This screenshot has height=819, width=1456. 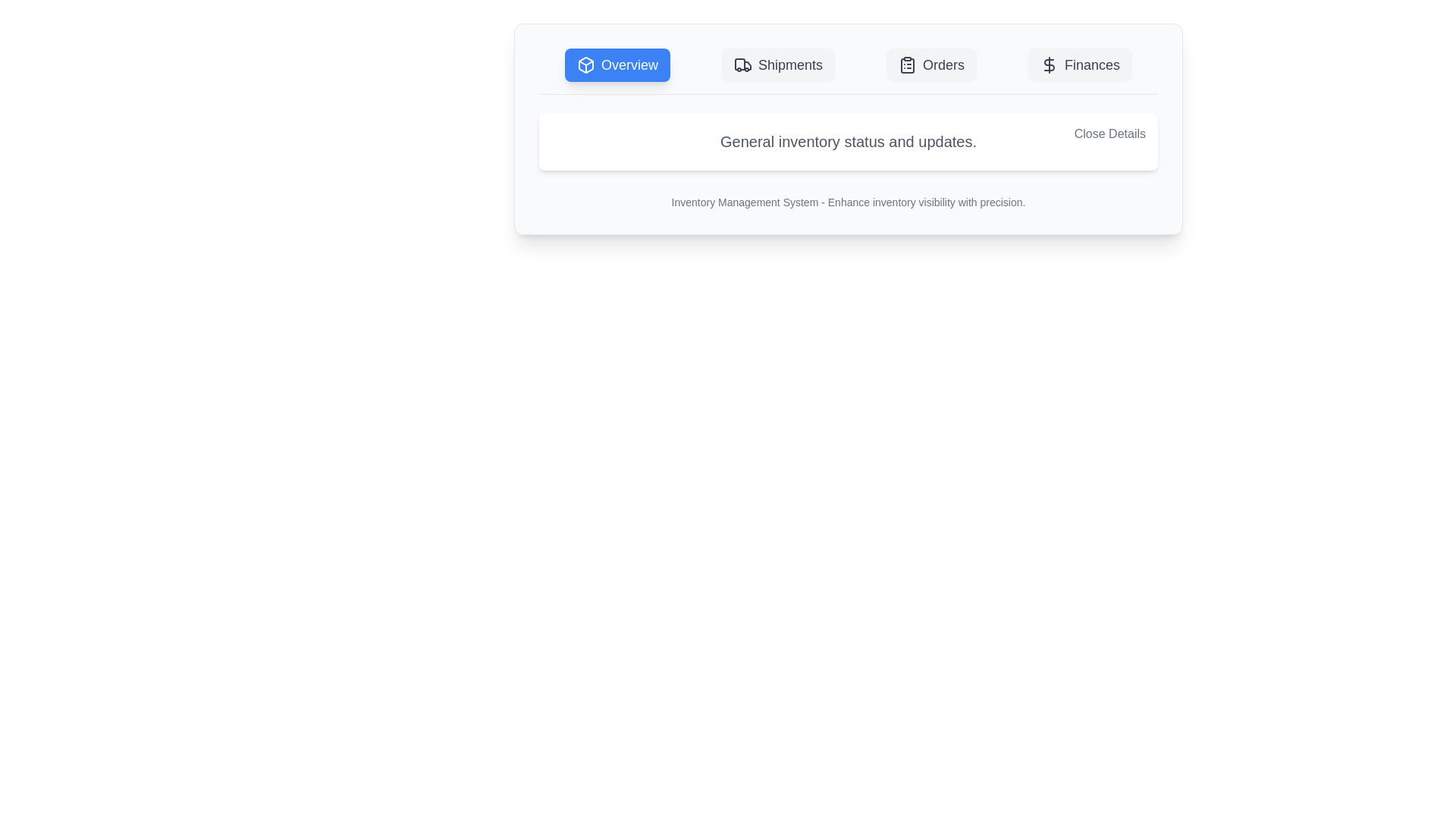 I want to click on the tab Finances to observe the hover state effect, so click(x=1079, y=64).